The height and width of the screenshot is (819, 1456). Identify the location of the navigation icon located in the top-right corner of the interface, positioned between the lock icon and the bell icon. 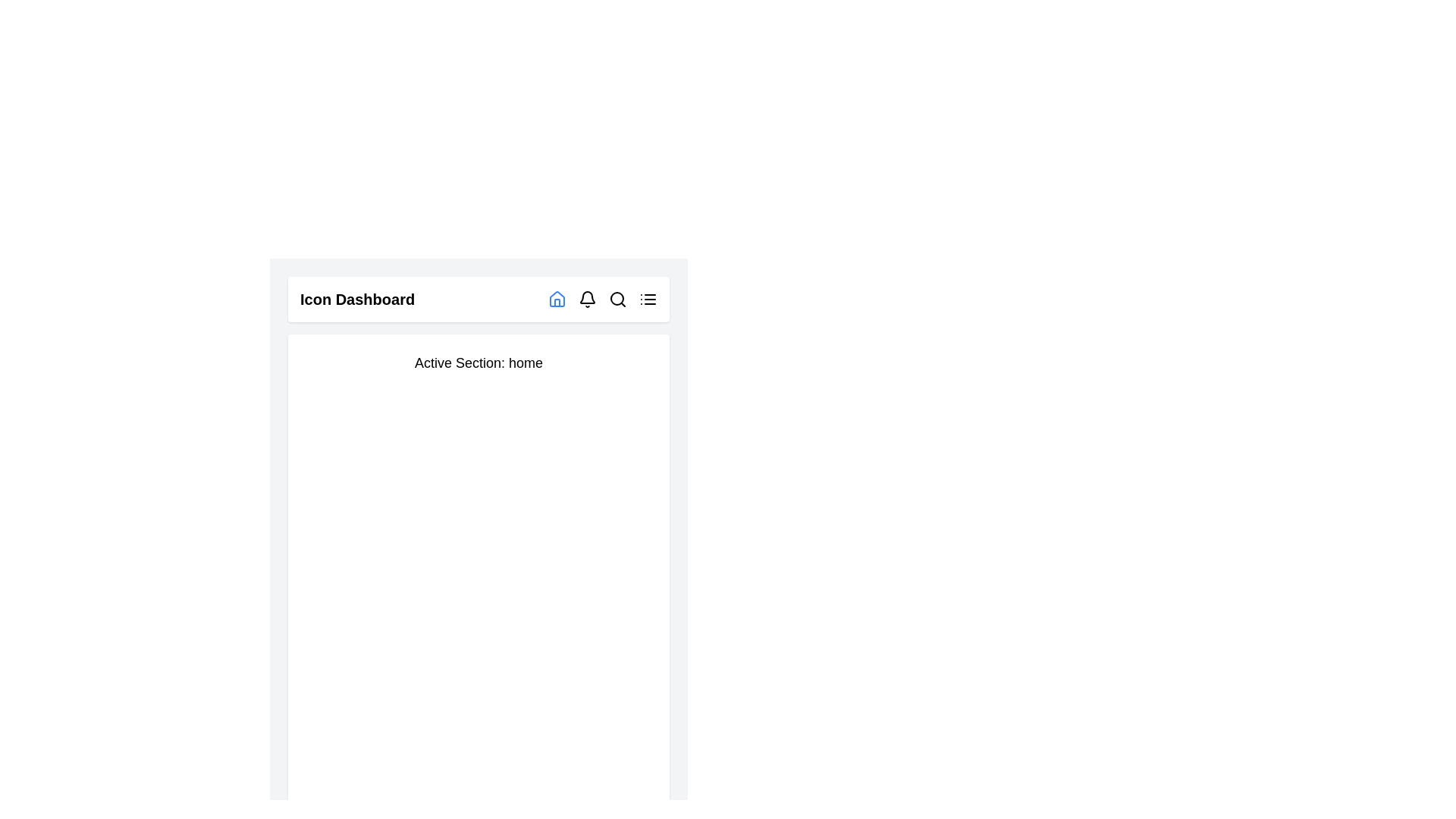
(556, 298).